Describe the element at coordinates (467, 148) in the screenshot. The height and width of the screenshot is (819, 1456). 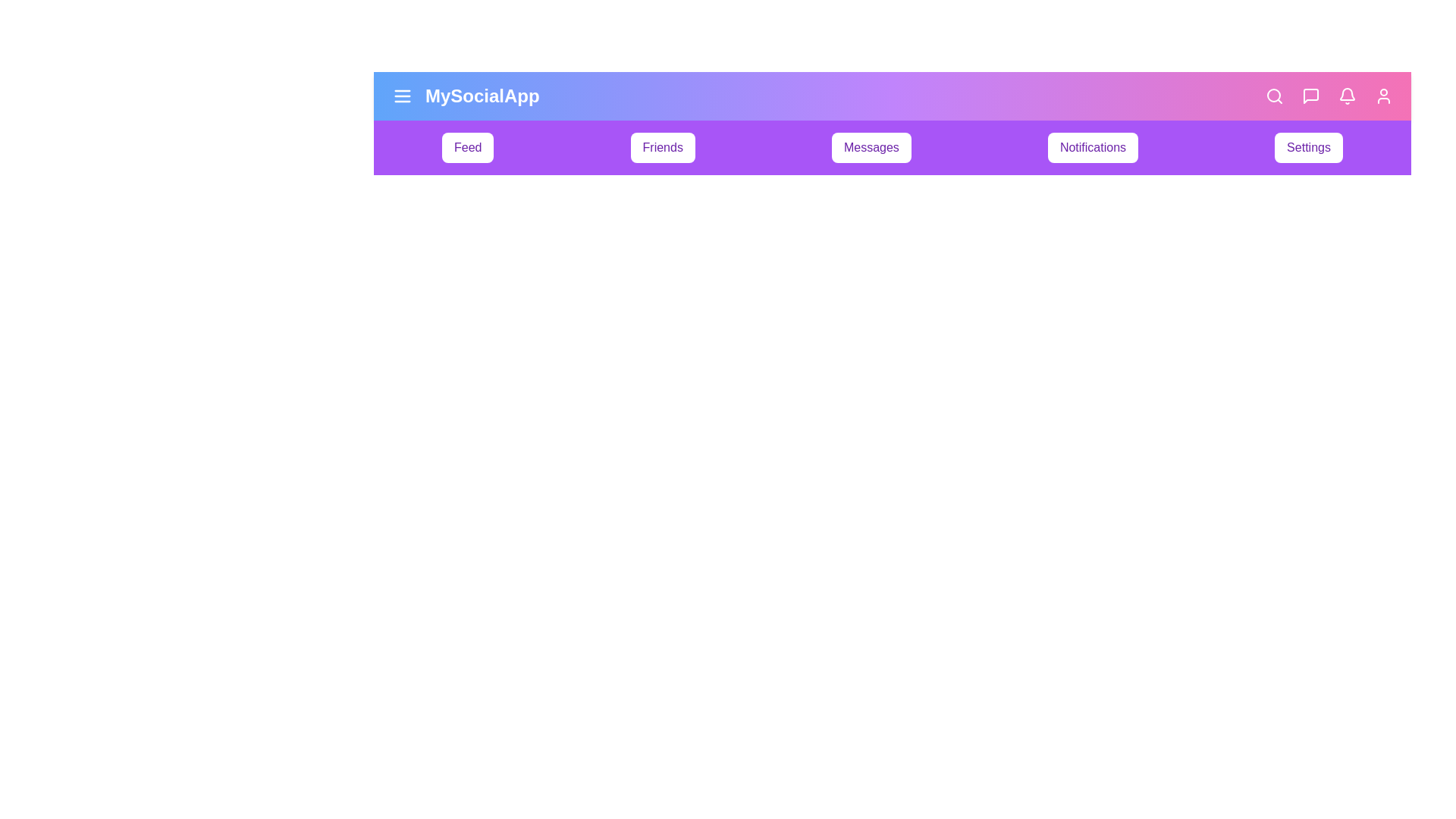
I see `the menu item labeled Feed in the navigation bar` at that location.